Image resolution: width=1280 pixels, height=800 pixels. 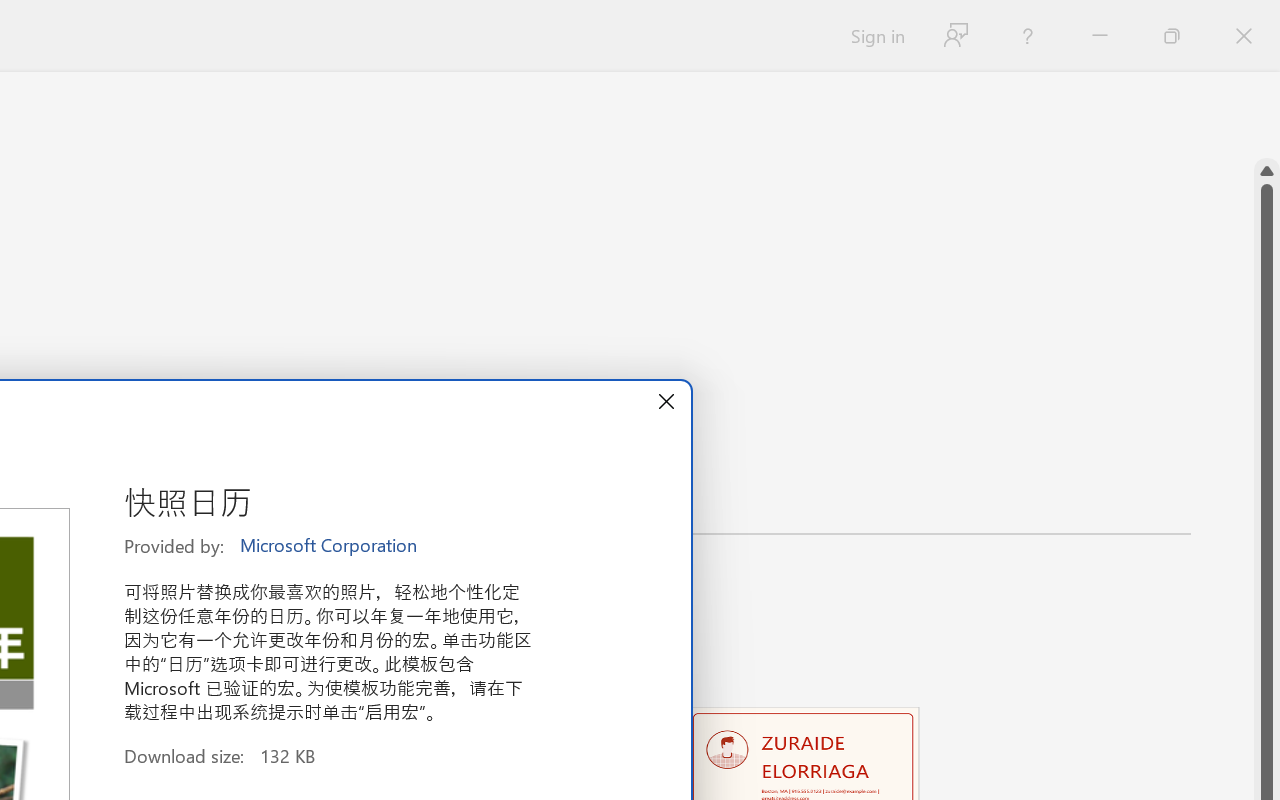 I want to click on 'Line up', so click(x=1266, y=170).